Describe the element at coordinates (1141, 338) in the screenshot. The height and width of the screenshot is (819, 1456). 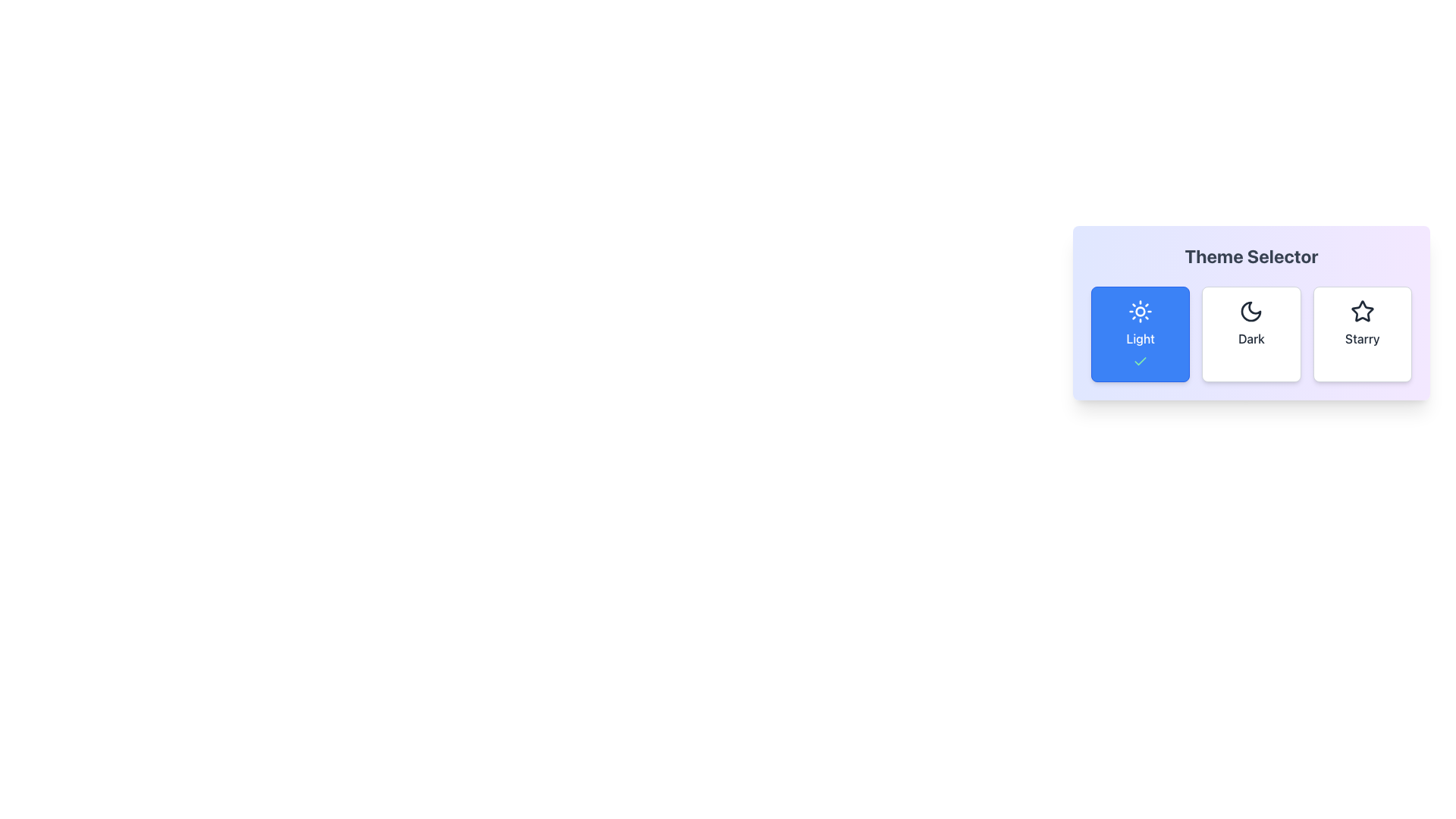
I see `the text displaying 'Light' within the blue rectangular card` at that location.